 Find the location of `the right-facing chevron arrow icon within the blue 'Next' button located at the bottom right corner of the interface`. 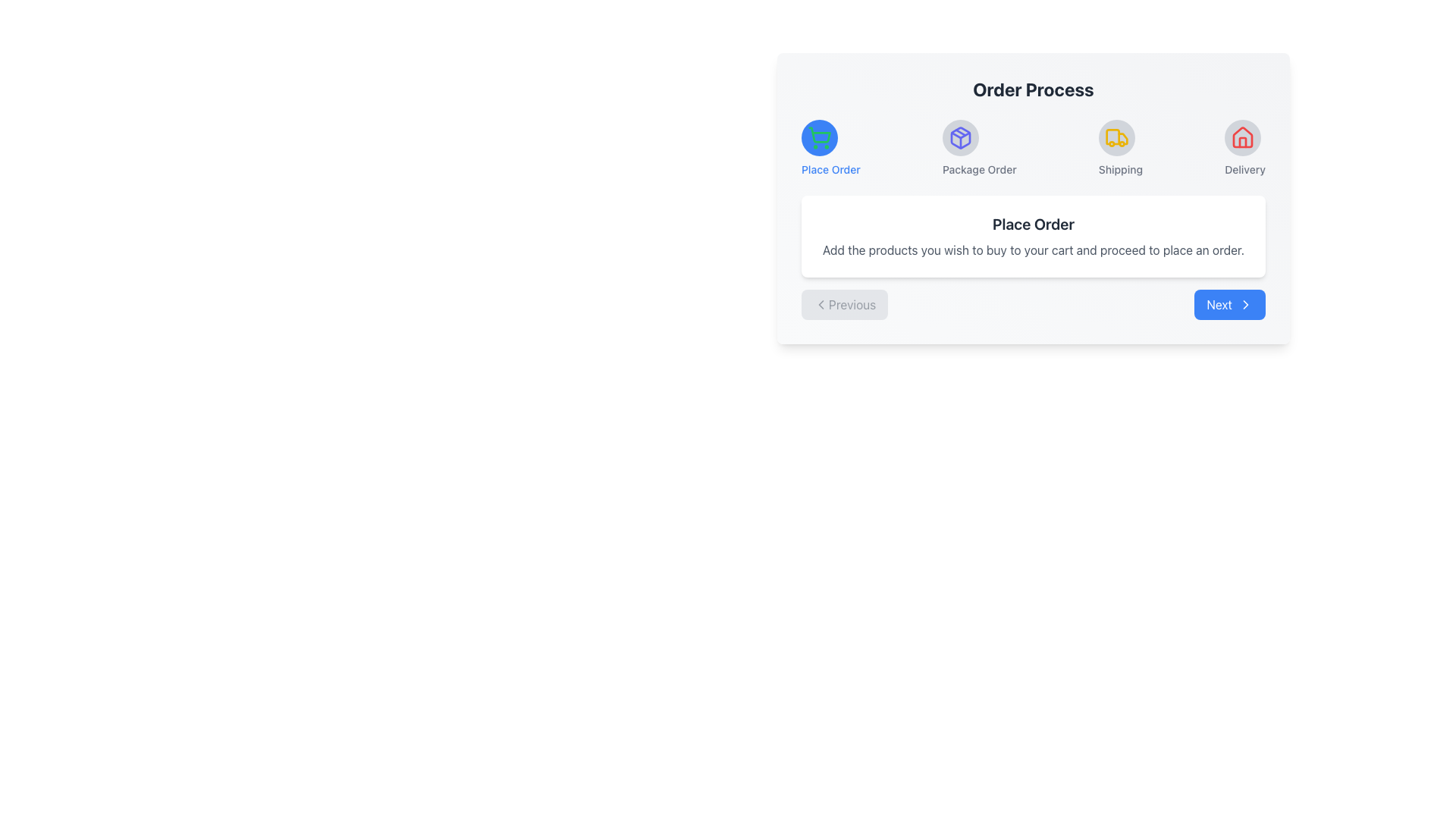

the right-facing chevron arrow icon within the blue 'Next' button located at the bottom right corner of the interface is located at coordinates (1245, 304).